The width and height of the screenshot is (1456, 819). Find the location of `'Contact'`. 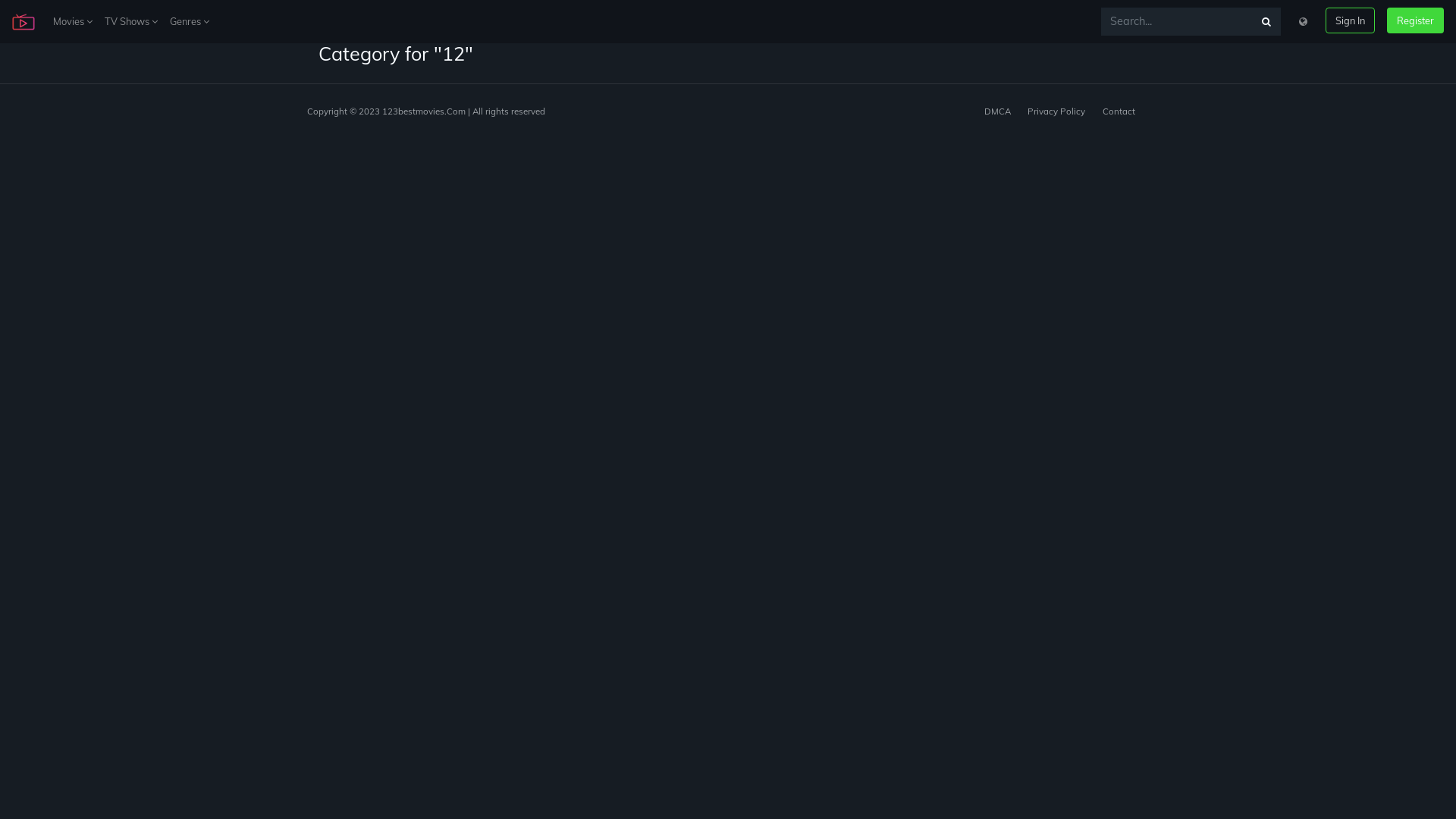

'Contact' is located at coordinates (1119, 110).